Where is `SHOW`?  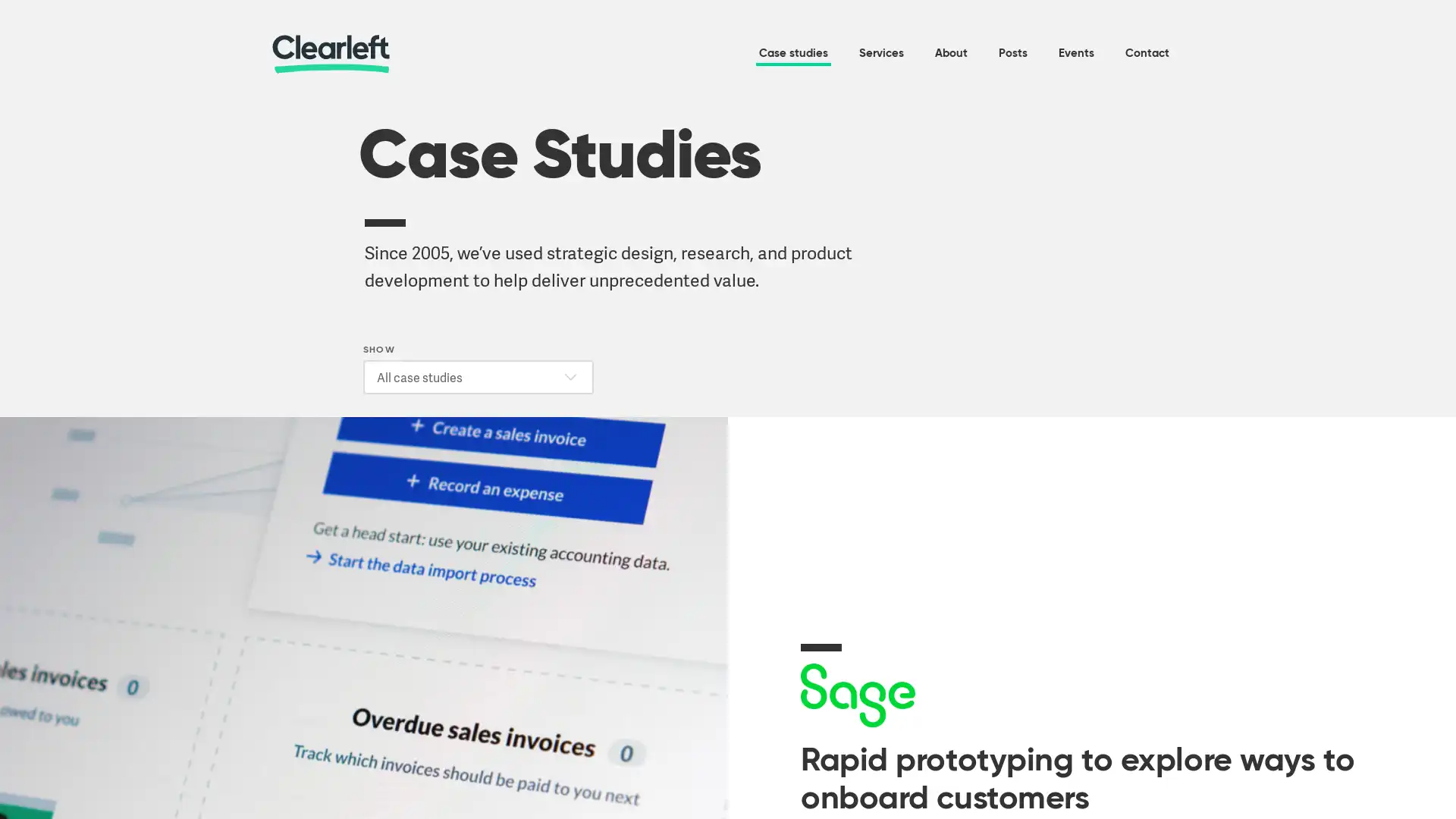 SHOW is located at coordinates (476, 376).